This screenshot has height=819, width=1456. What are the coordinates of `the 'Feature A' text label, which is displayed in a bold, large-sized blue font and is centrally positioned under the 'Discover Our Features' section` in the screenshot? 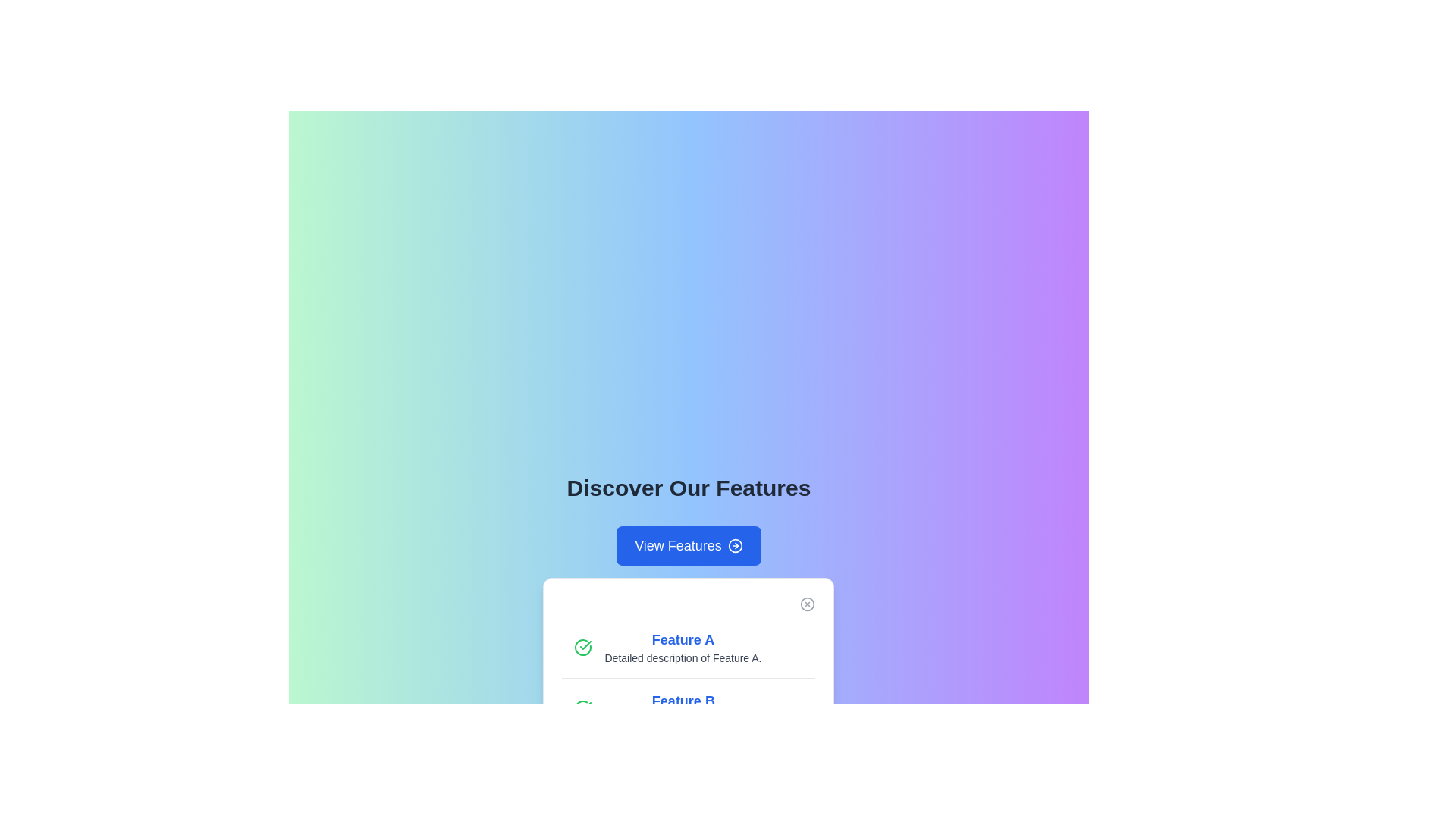 It's located at (682, 640).